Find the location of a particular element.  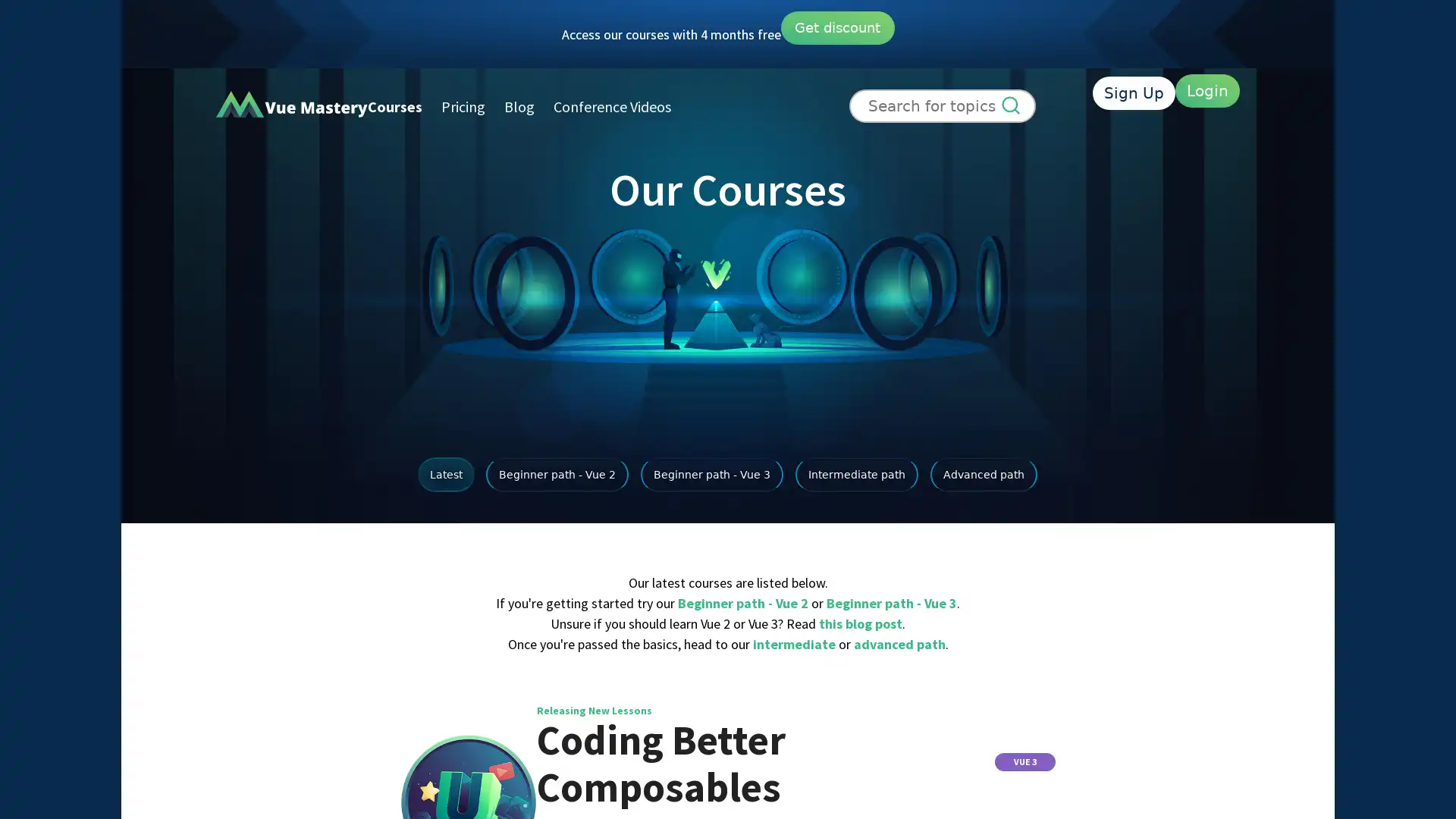

Latest is located at coordinates (347, 473).